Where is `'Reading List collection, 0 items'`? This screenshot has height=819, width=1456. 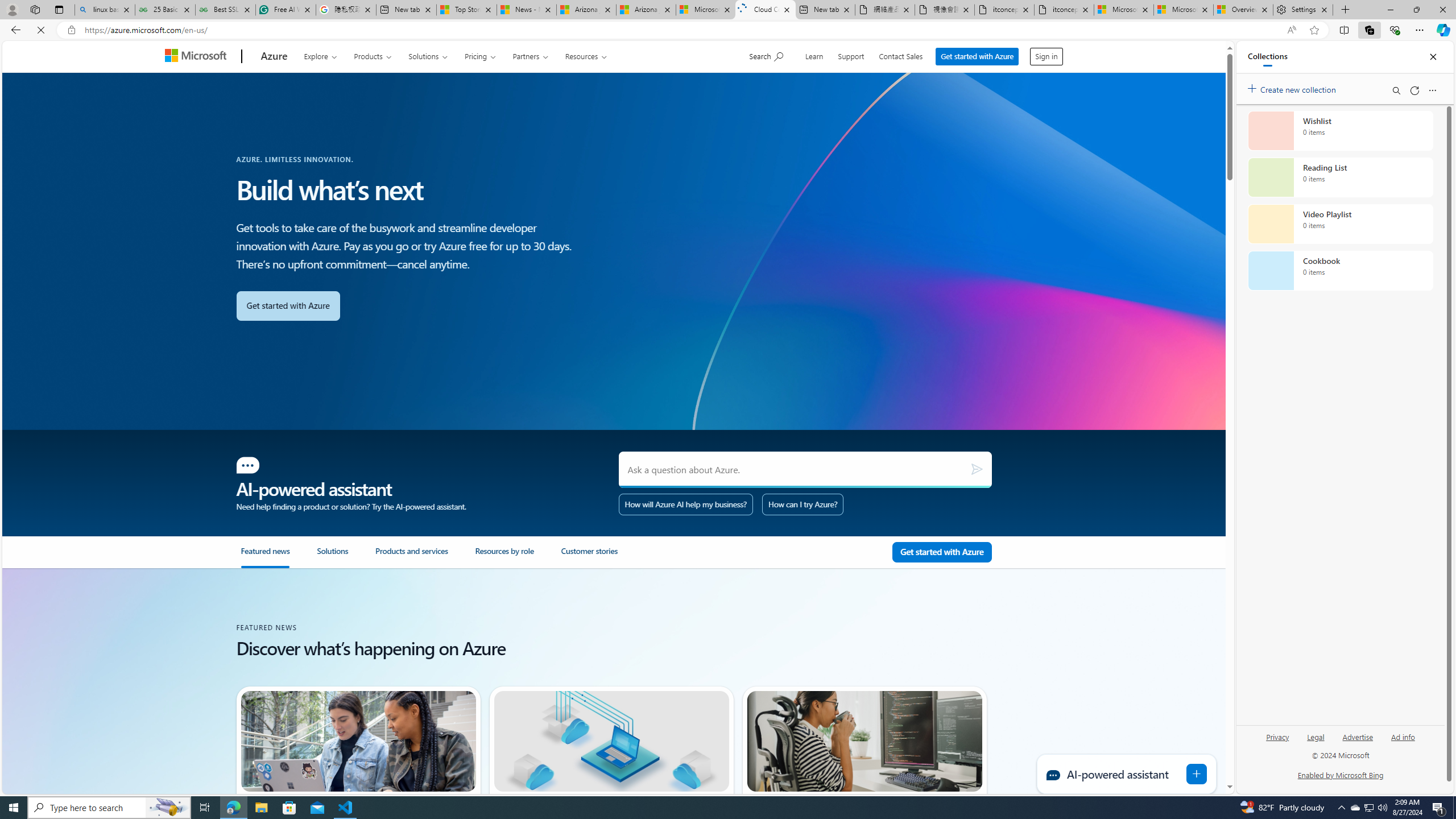 'Reading List collection, 0 items' is located at coordinates (1340, 176).